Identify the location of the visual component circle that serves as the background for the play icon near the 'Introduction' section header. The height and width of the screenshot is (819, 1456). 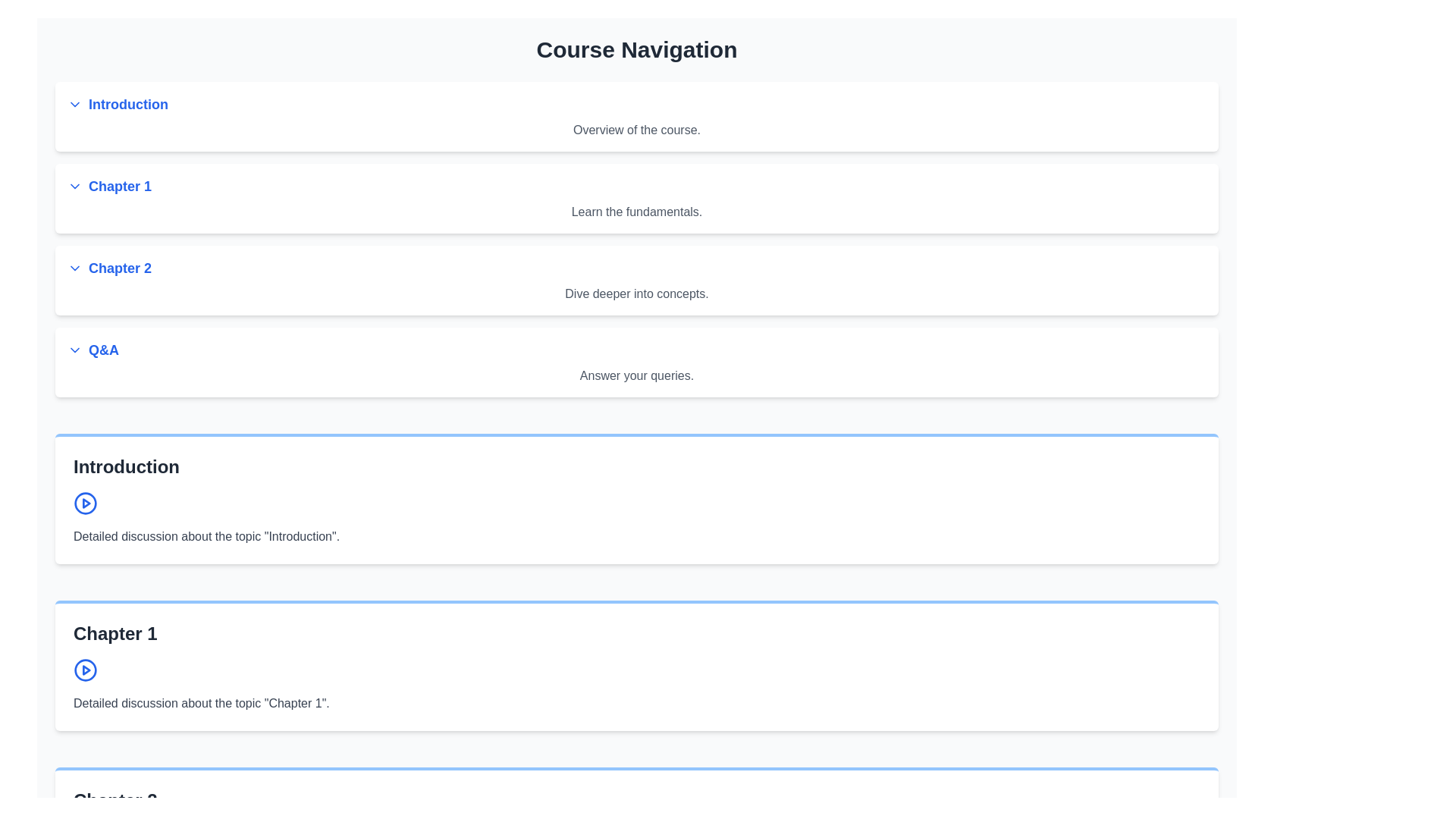
(85, 503).